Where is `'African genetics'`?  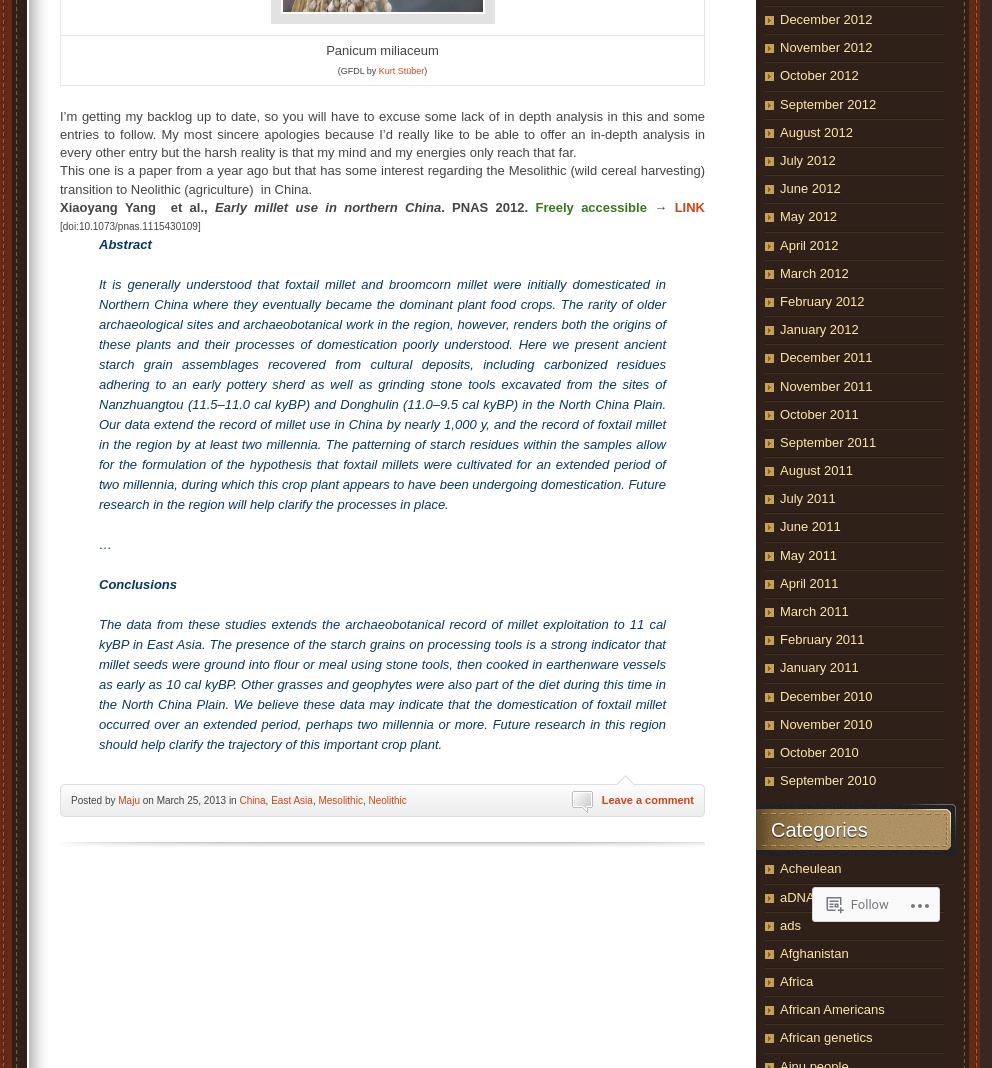 'African genetics' is located at coordinates (779, 1037).